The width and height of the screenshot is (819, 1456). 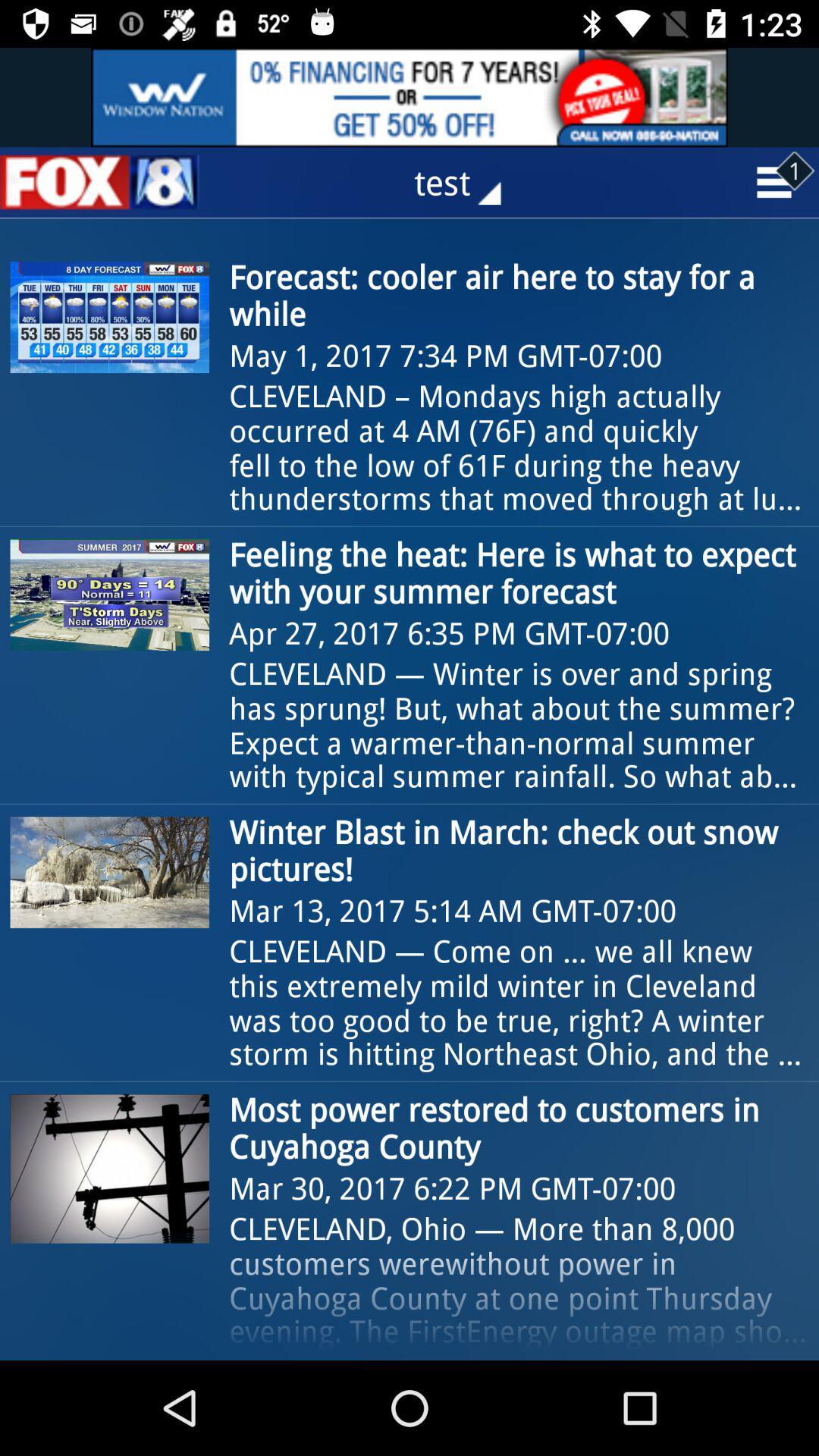 What do you see at coordinates (99, 182) in the screenshot?
I see `the icon to the left of test item` at bounding box center [99, 182].